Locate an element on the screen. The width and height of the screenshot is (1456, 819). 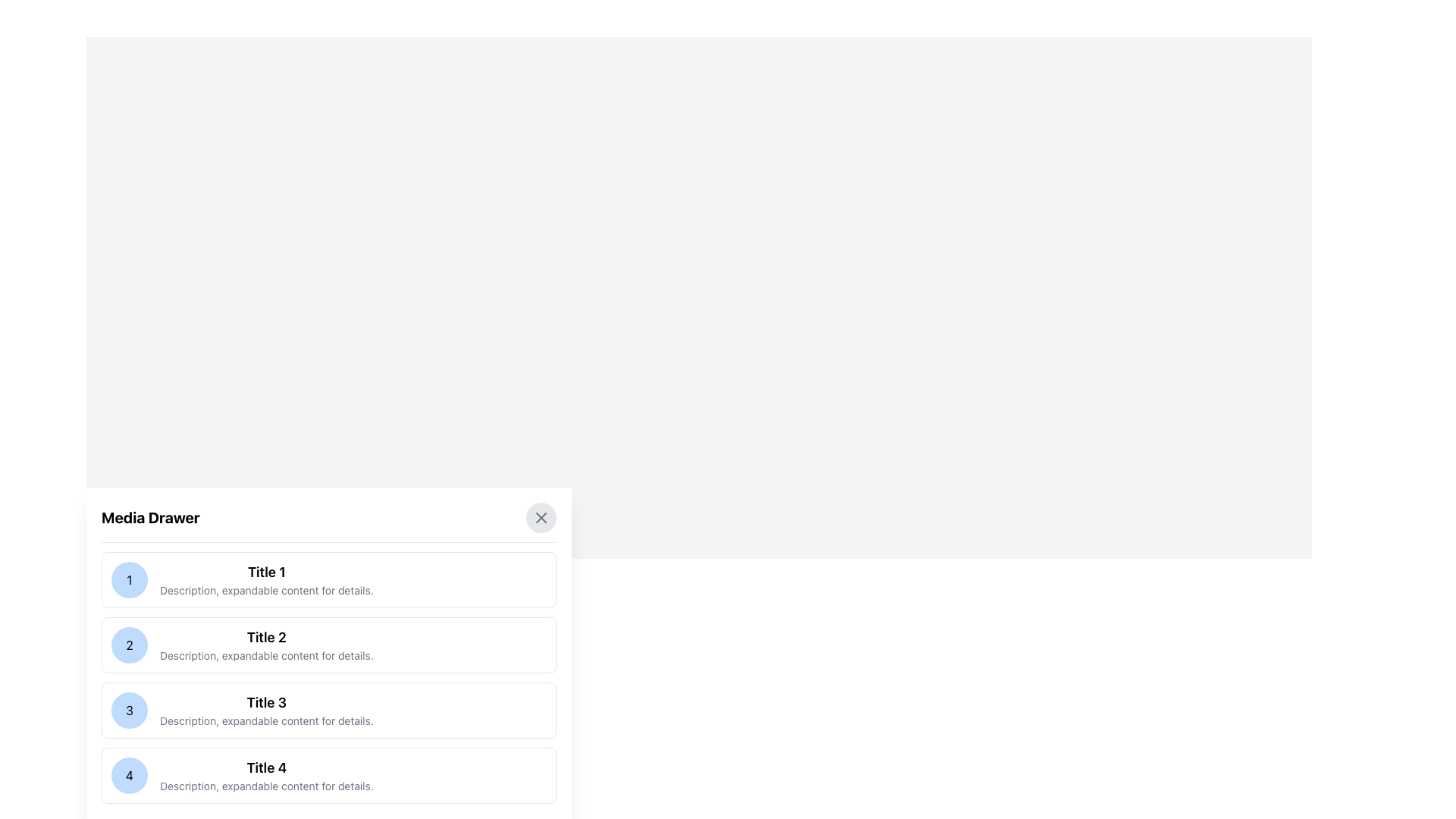
the first list item entry, which features a light blue circular icon with the digit '1' and the title 'Title 1' in bold is located at coordinates (328, 579).